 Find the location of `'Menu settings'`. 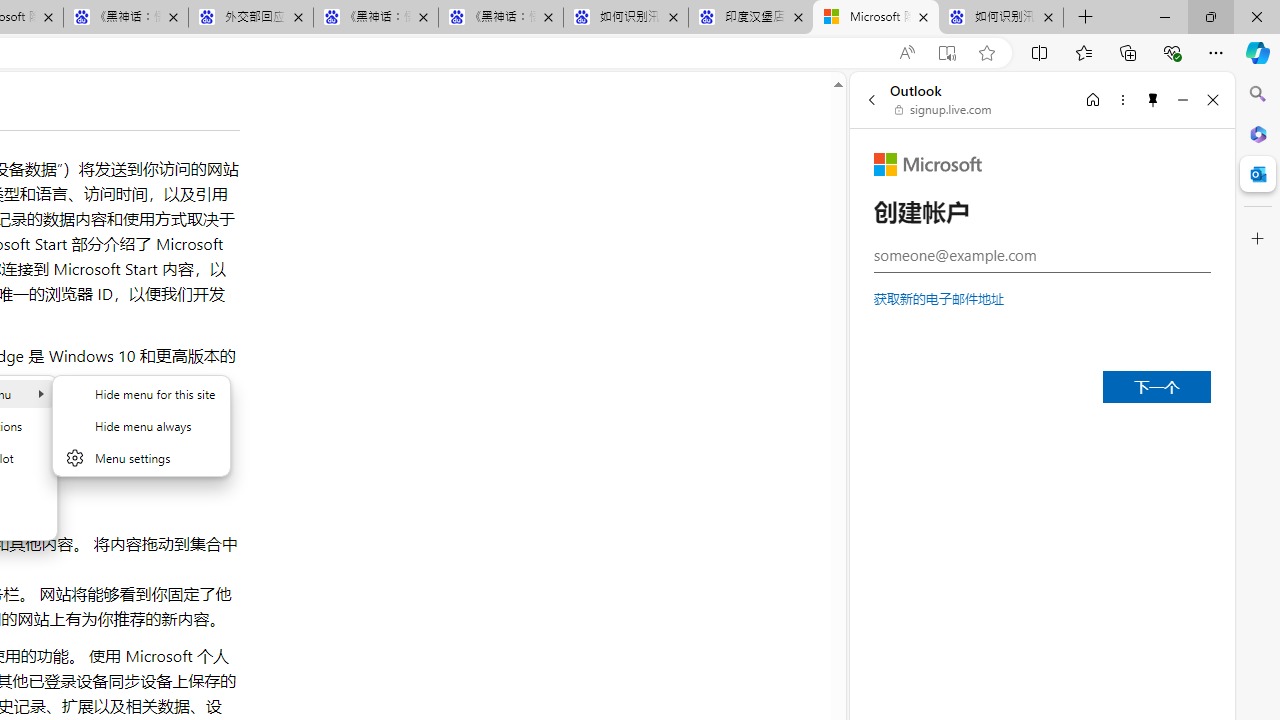

'Menu settings' is located at coordinates (140, 457).